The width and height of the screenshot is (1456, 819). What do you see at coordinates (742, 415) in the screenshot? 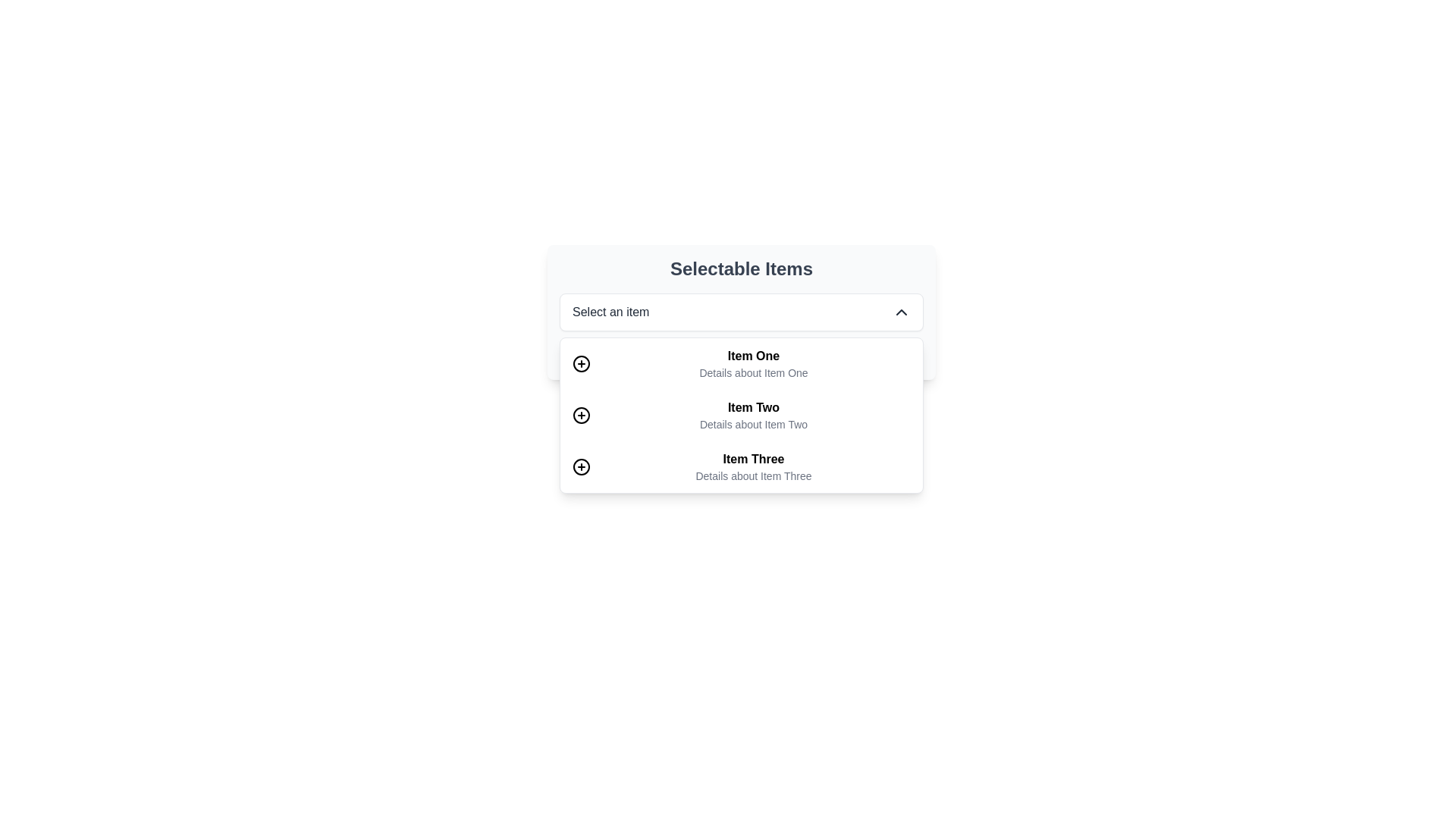
I see `the dropdown list item with the bold title 'Item Two' and the gray description 'Details about Item Two'` at bounding box center [742, 415].